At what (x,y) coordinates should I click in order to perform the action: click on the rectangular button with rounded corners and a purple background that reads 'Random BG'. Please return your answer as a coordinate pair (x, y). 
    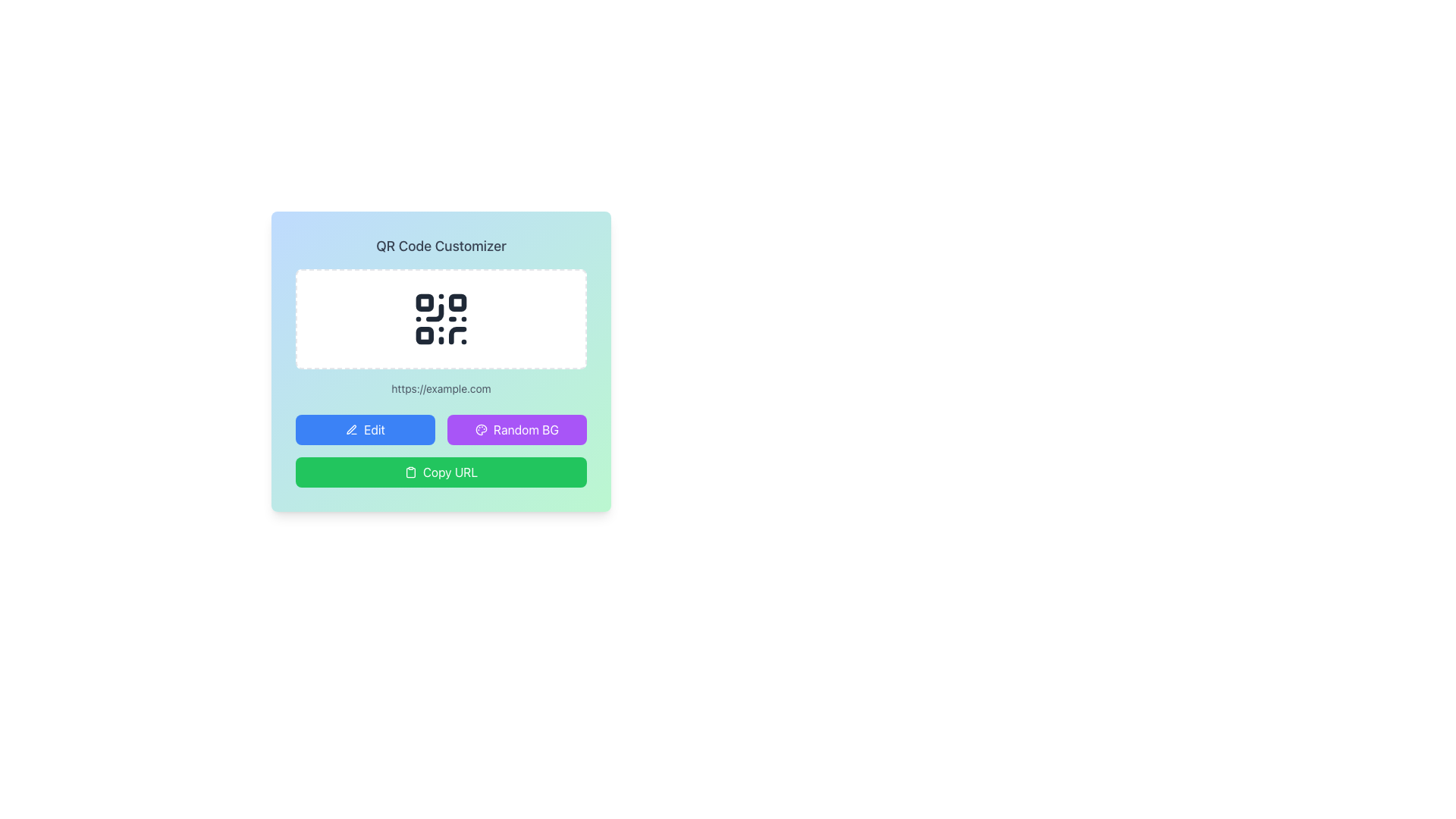
    Looking at the image, I should click on (516, 430).